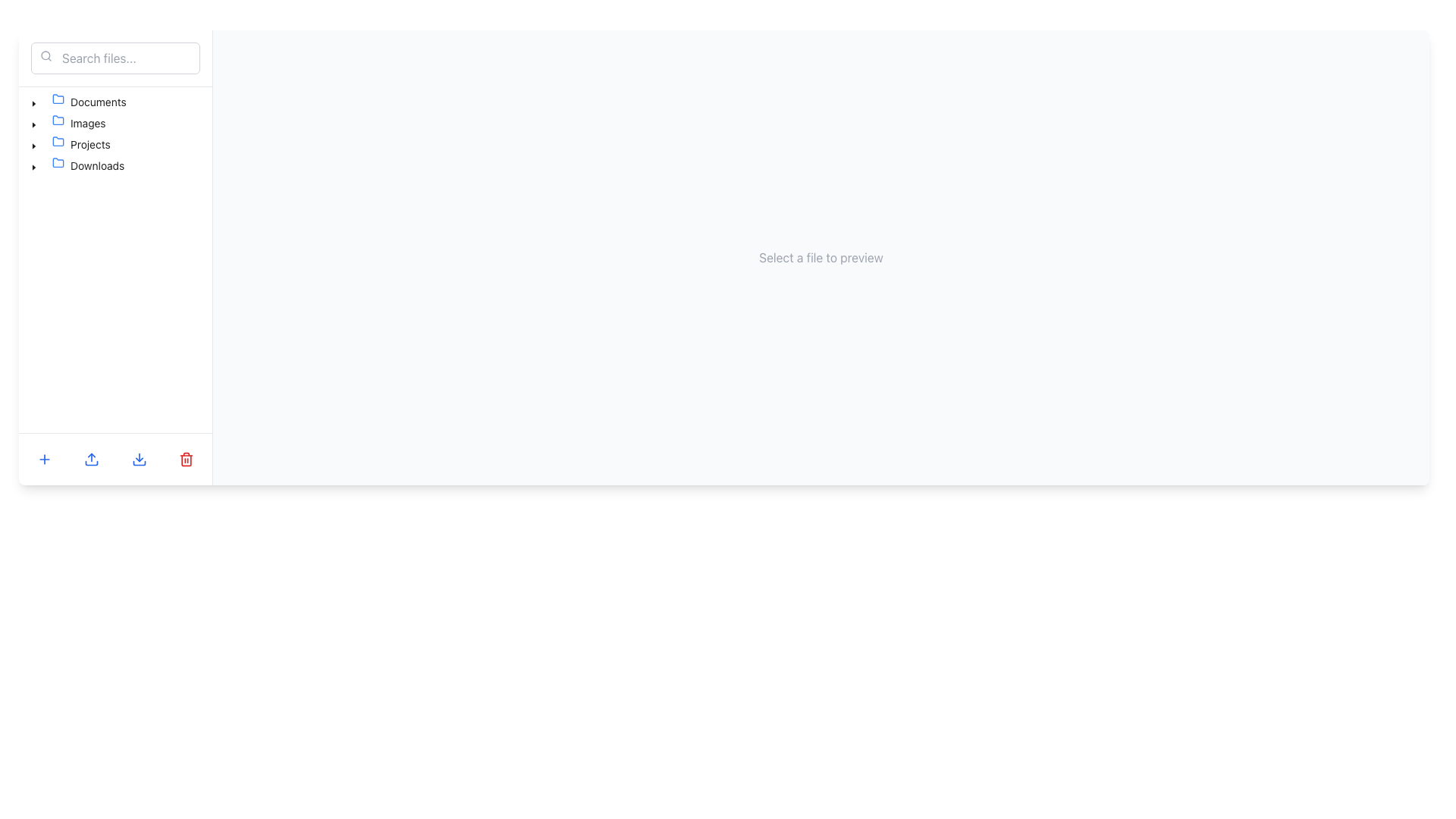 This screenshot has height=819, width=1456. What do you see at coordinates (87, 122) in the screenshot?
I see `the 'Images' text label in the navigation pane` at bounding box center [87, 122].